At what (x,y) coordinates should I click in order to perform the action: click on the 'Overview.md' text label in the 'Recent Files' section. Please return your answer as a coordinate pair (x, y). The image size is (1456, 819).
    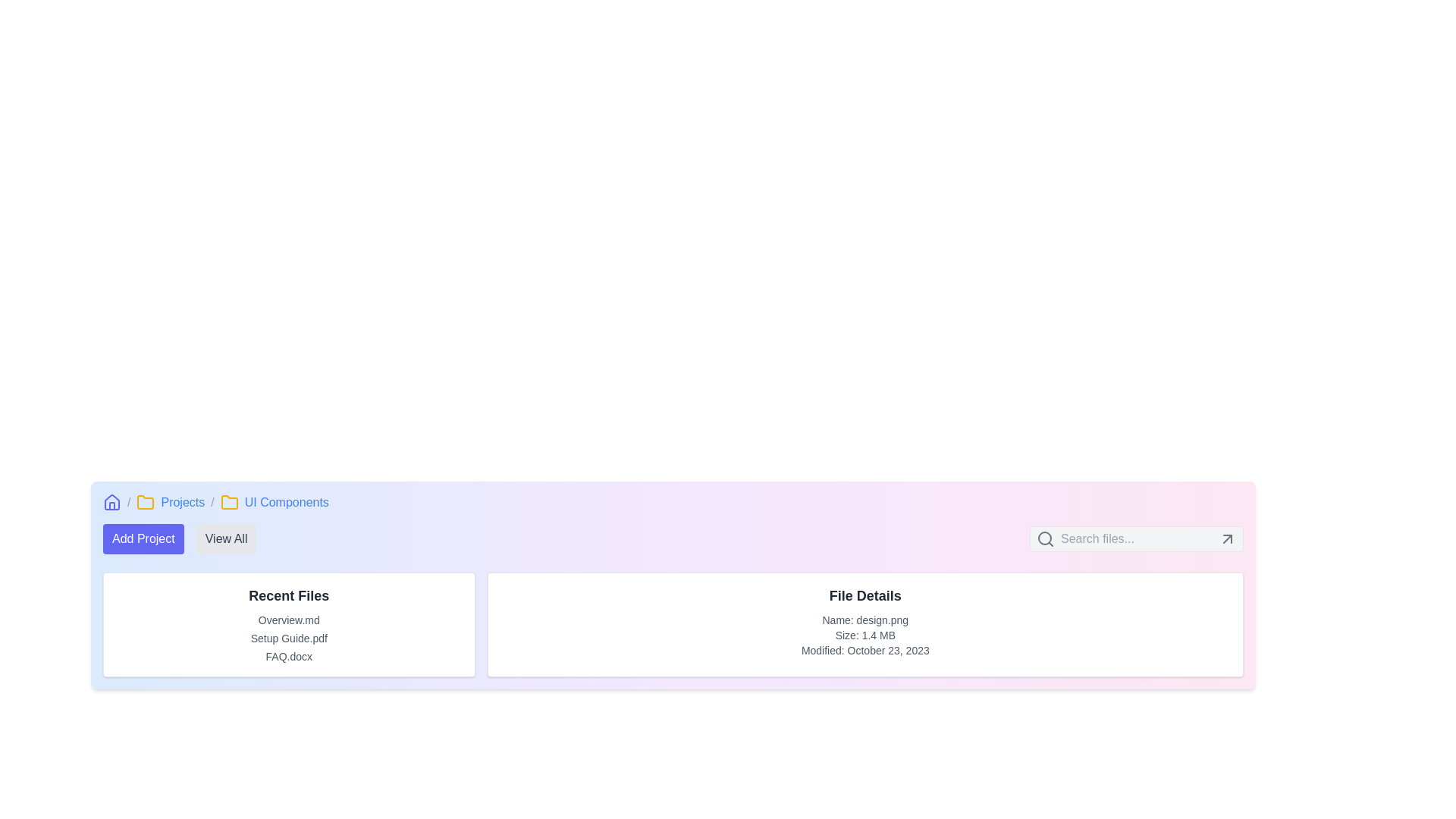
    Looking at the image, I should click on (289, 620).